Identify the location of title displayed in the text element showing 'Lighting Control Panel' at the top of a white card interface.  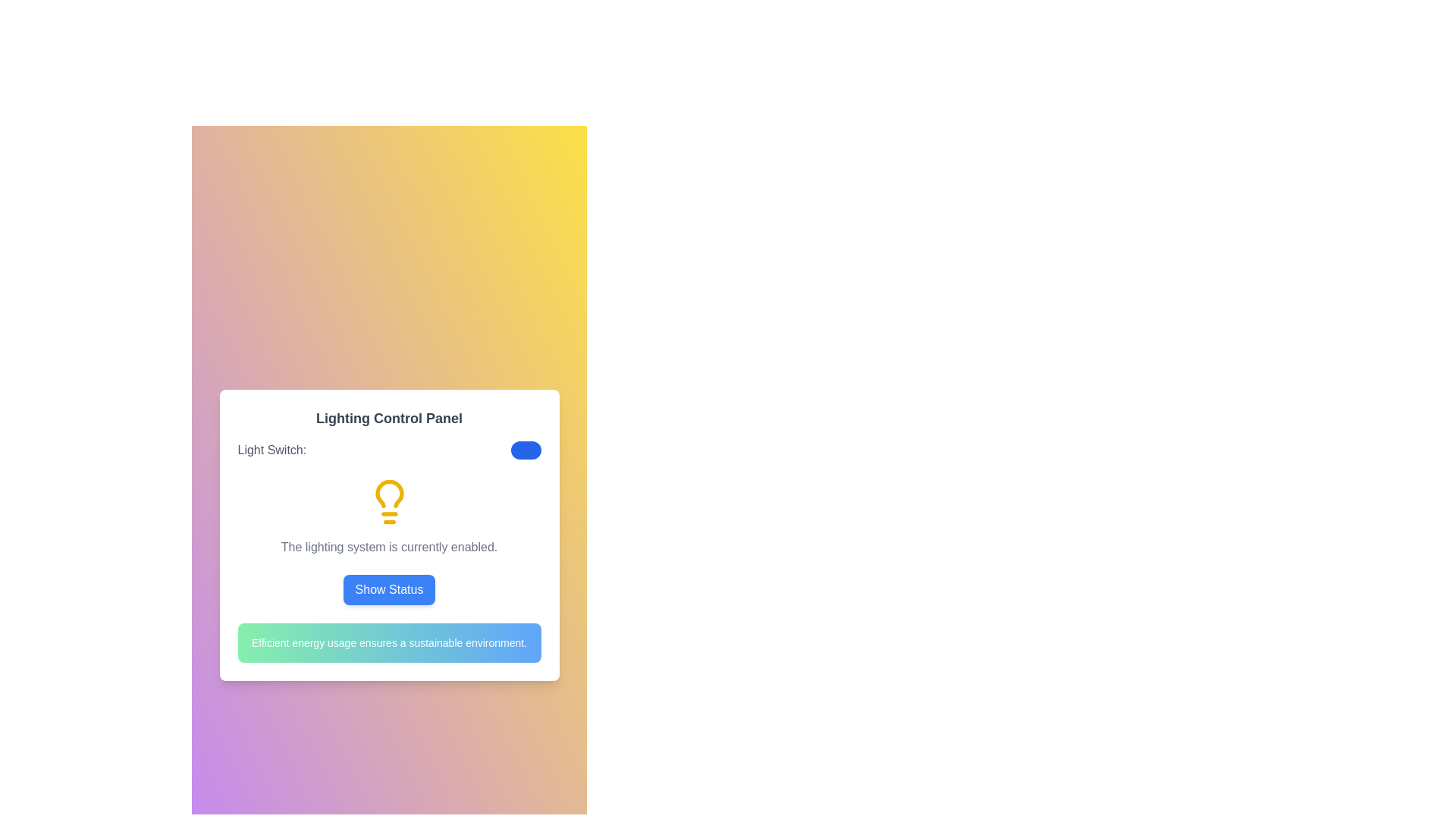
(389, 418).